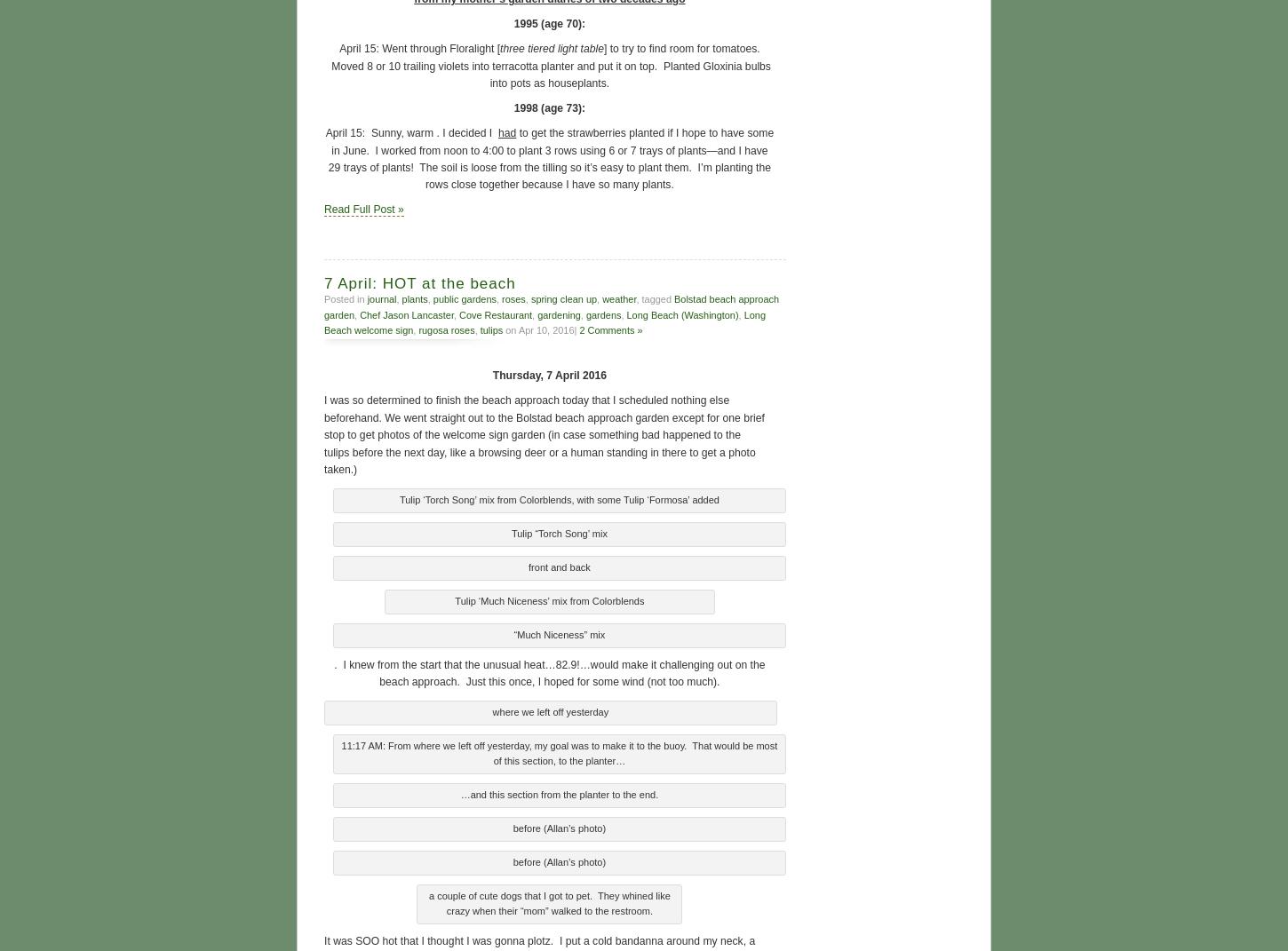 The width and height of the screenshot is (1288, 951). Describe the element at coordinates (513, 297) in the screenshot. I see `'roses'` at that location.